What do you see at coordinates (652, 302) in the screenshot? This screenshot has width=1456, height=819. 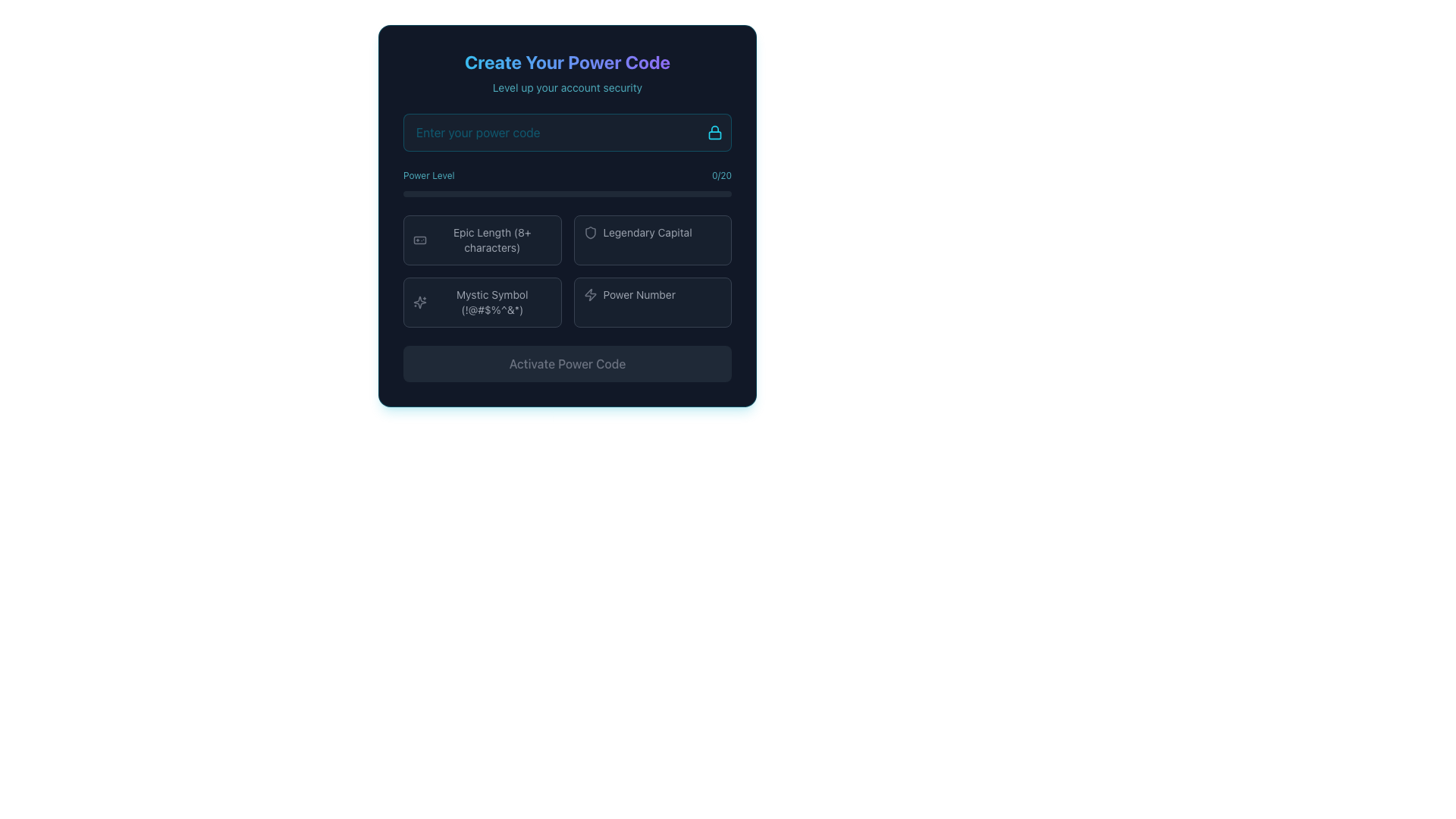 I see `the button in the bottom-right quadrant of the grid layout` at bounding box center [652, 302].